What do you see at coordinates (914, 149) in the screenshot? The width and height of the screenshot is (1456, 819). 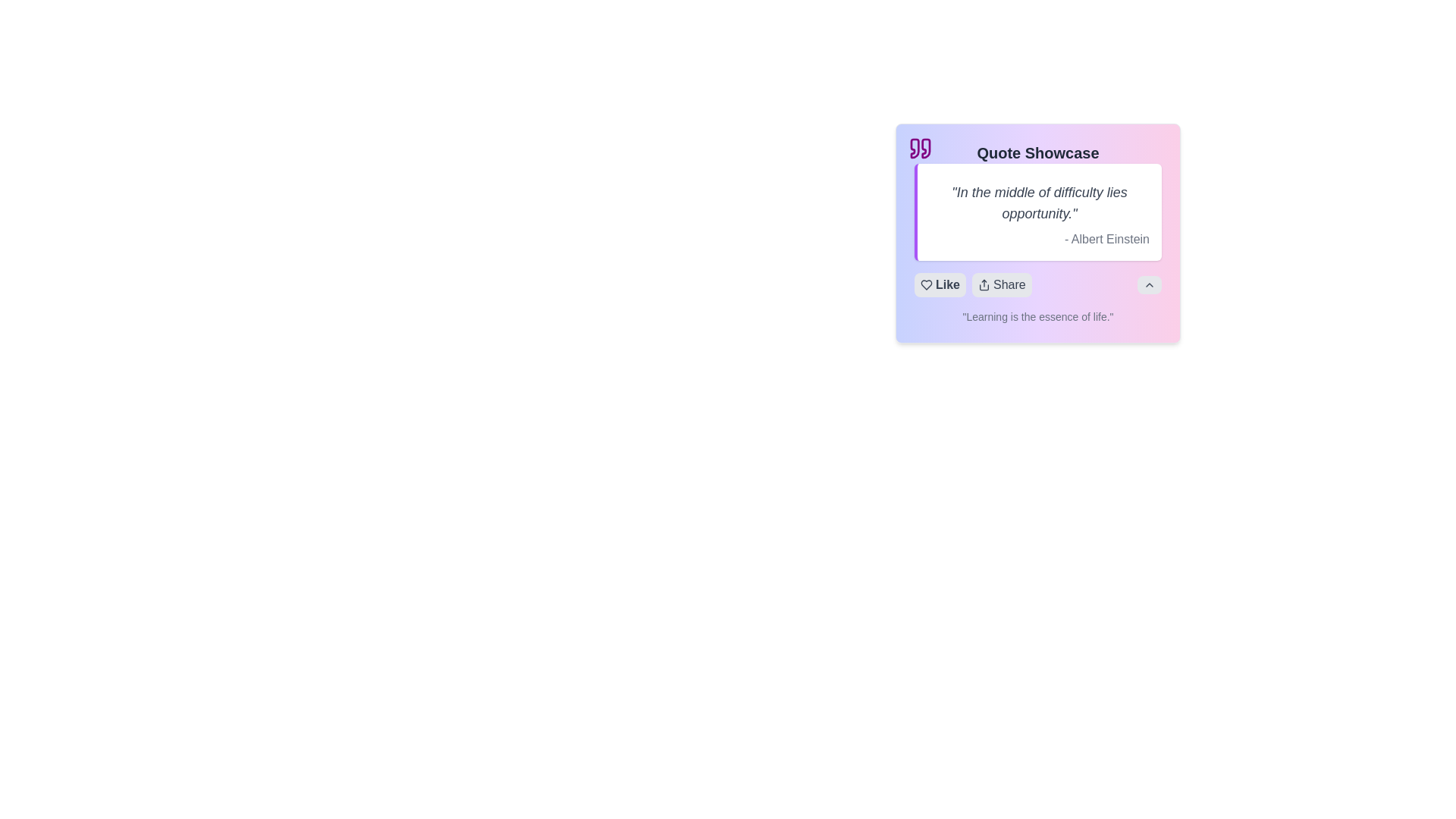 I see `the left quotation mark, a decorative SVG element styled in purple, located in the top-left corner of the quote box` at bounding box center [914, 149].